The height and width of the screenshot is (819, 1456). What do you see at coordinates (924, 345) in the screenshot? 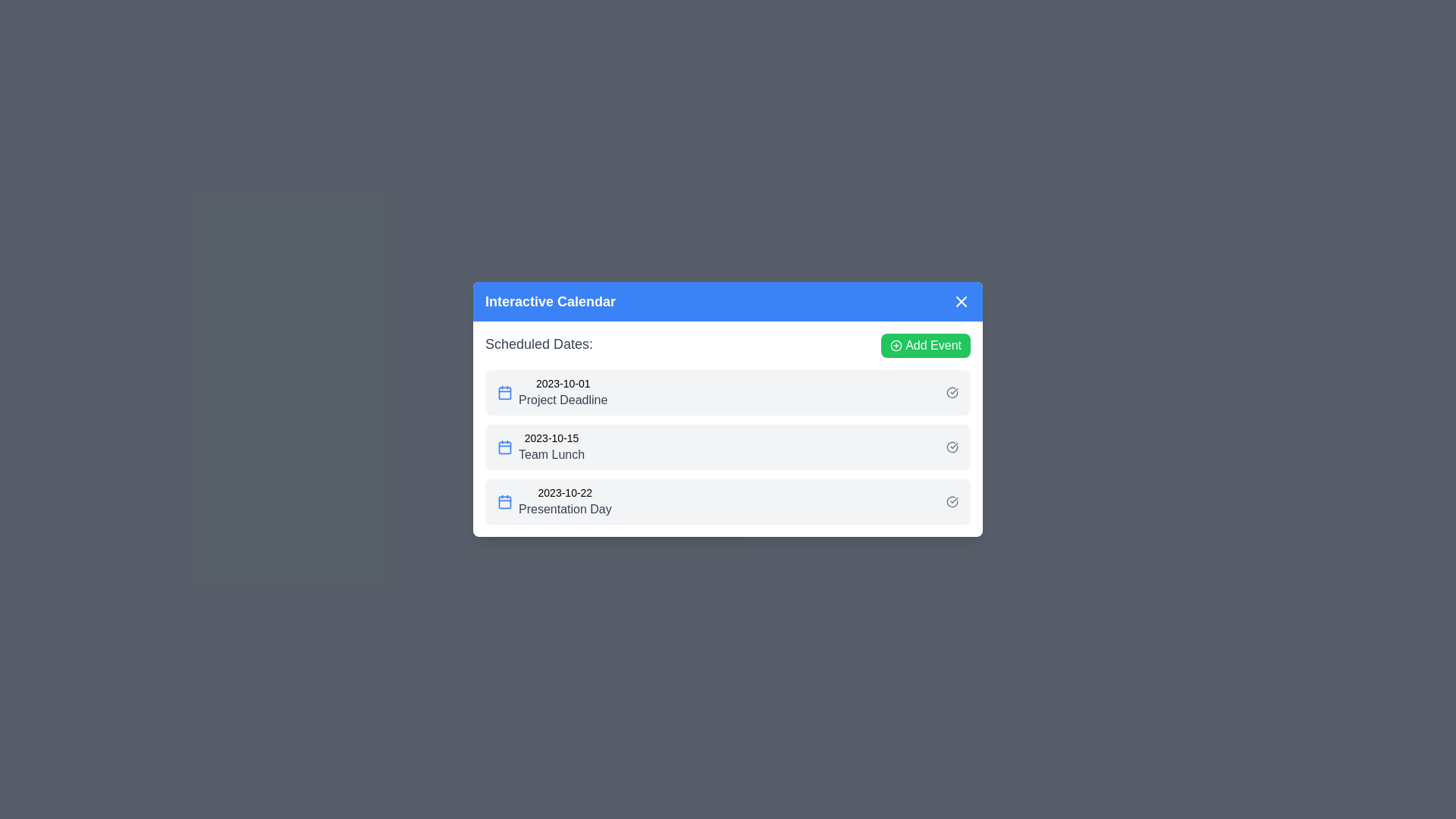
I see `the 'Add Event' button to open the event addition dialog` at bounding box center [924, 345].